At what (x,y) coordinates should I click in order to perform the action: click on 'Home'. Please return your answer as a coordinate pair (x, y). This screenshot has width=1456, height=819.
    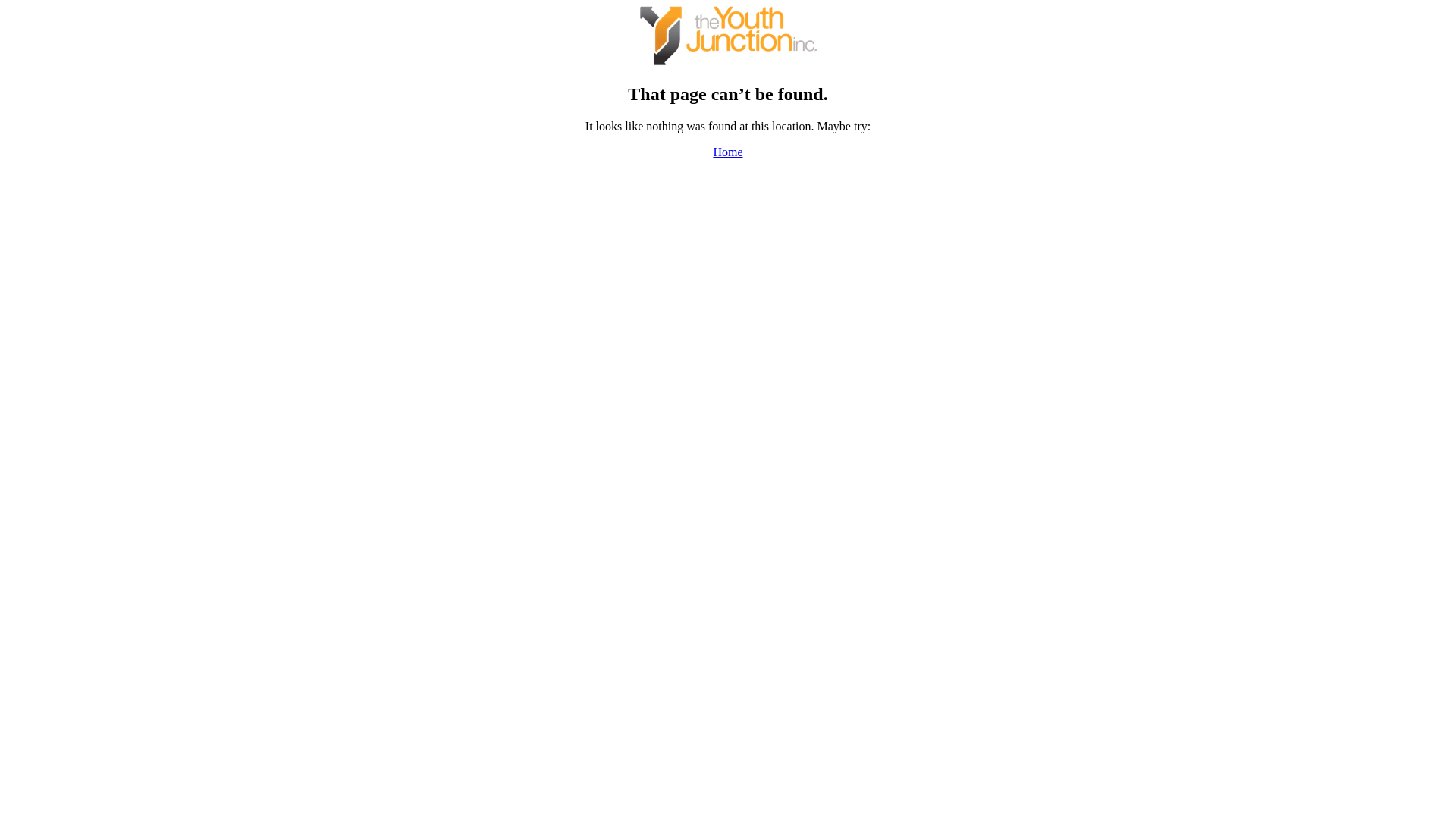
    Looking at the image, I should click on (726, 152).